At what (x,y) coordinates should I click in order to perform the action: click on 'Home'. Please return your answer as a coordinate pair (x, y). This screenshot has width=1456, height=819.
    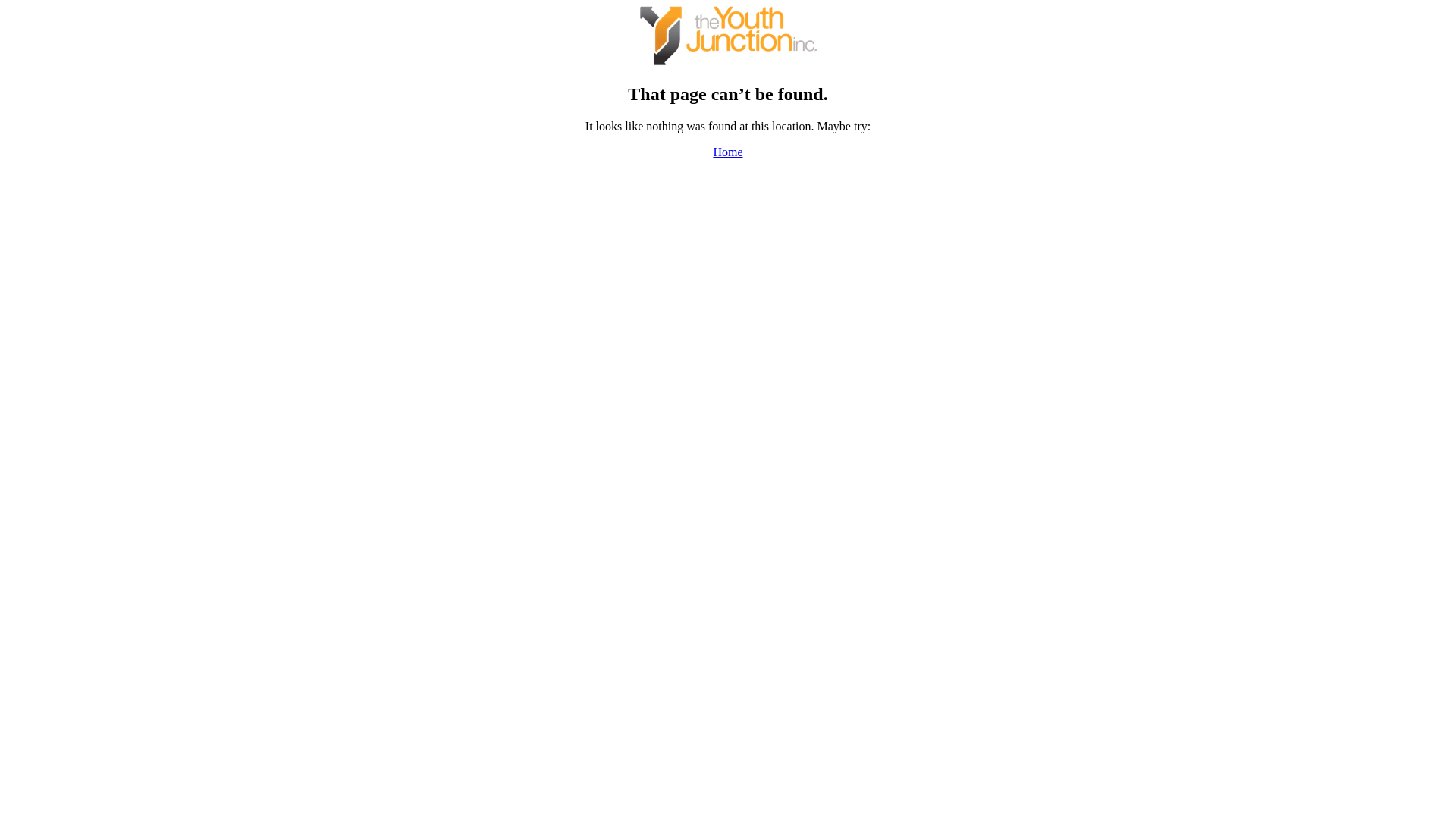
    Looking at the image, I should click on (726, 152).